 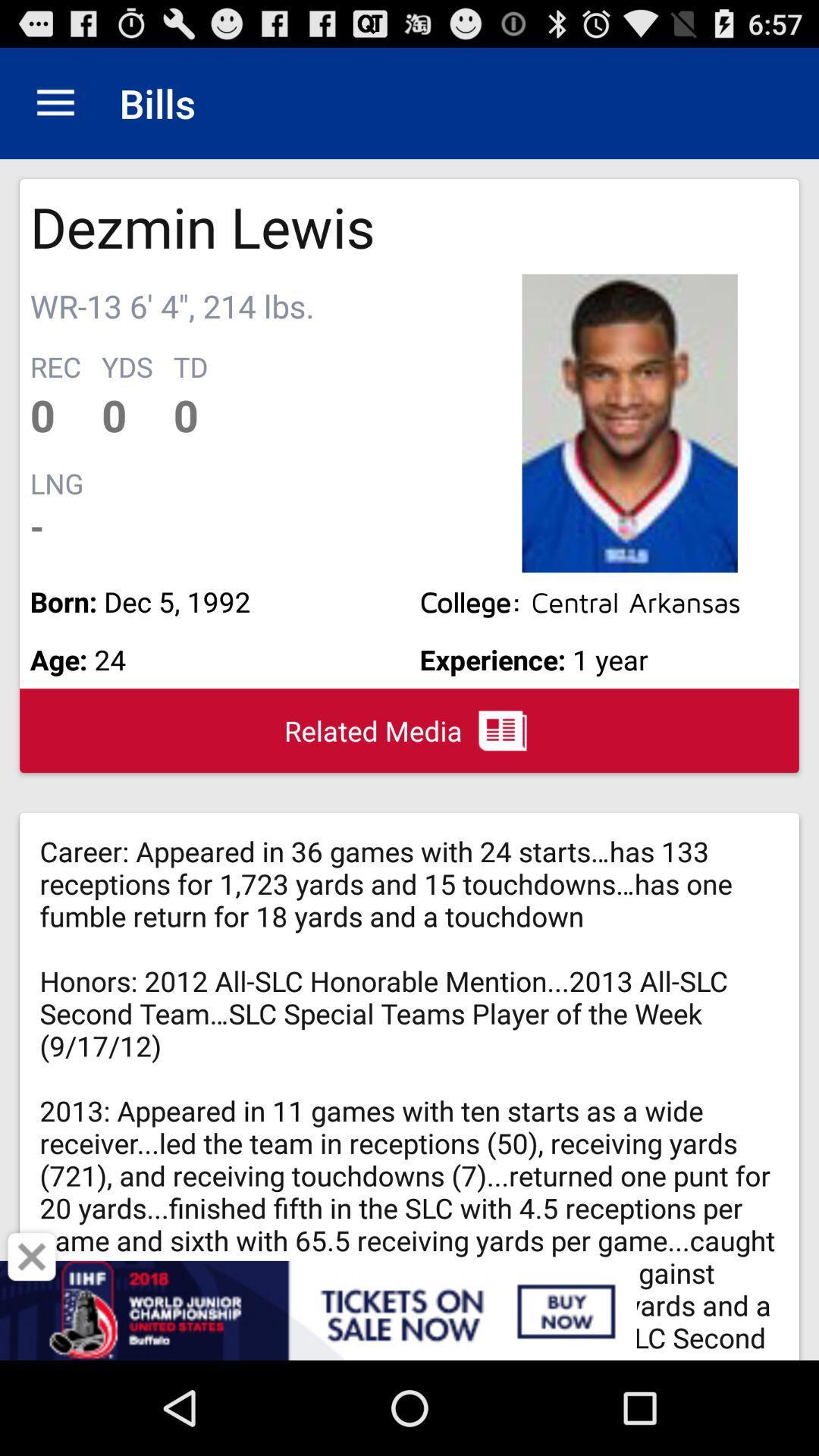 I want to click on button, so click(x=32, y=1257).